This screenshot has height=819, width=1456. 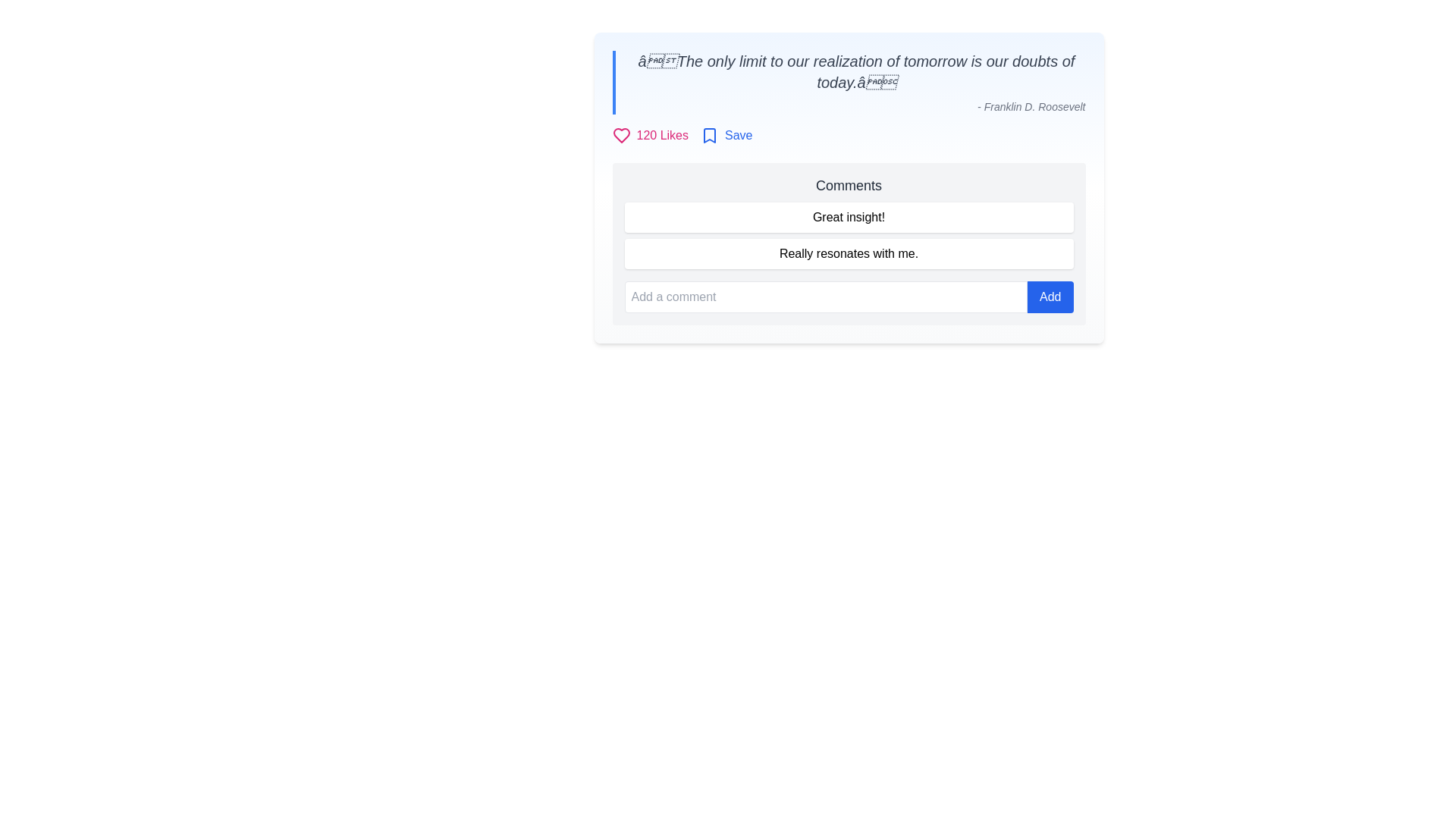 I want to click on the heart-shaped icon button with a pink outline, located next to the '120 Likes' text, so click(x=621, y=134).